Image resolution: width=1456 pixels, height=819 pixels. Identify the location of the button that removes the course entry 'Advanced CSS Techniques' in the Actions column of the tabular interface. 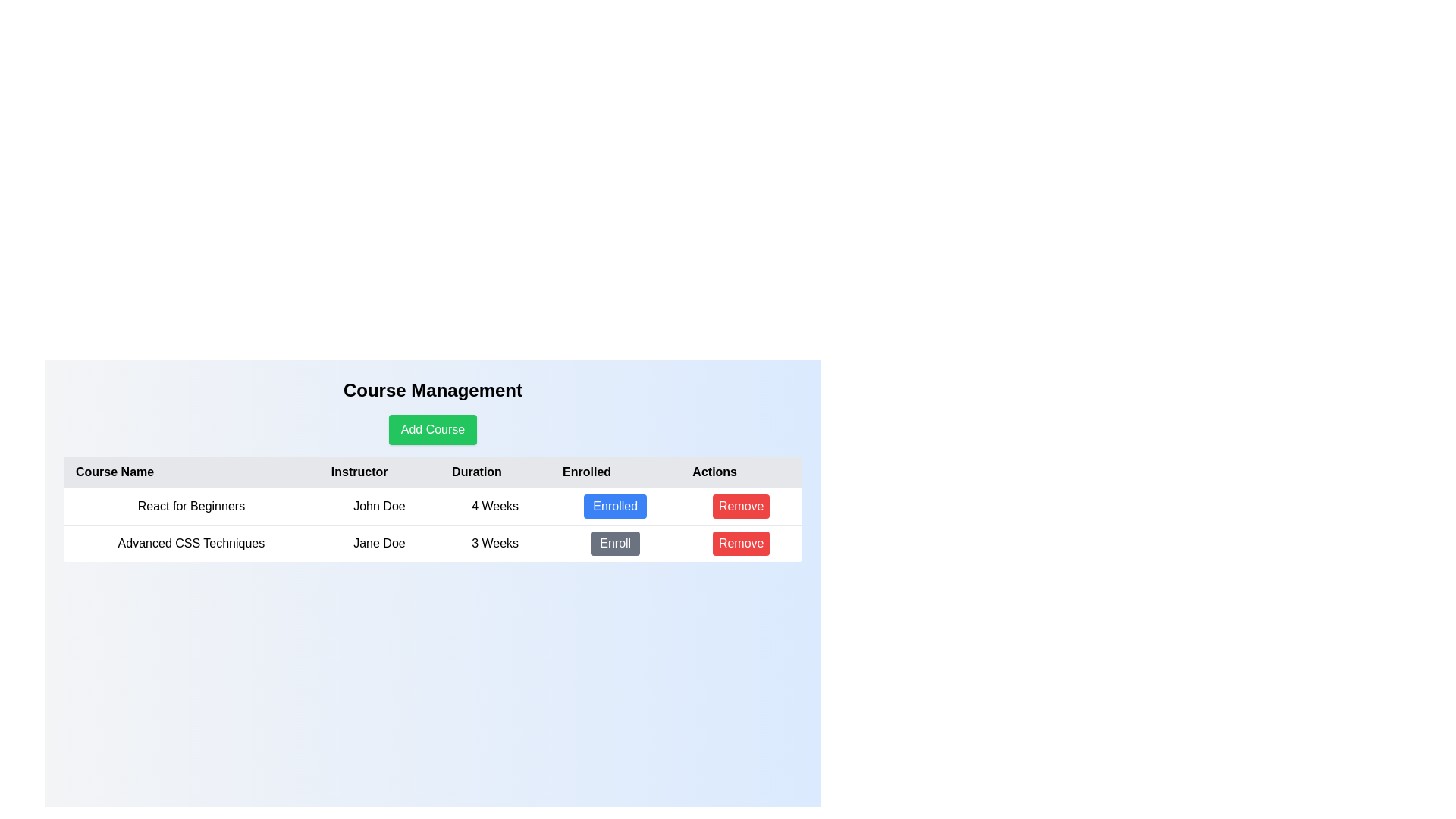
(741, 543).